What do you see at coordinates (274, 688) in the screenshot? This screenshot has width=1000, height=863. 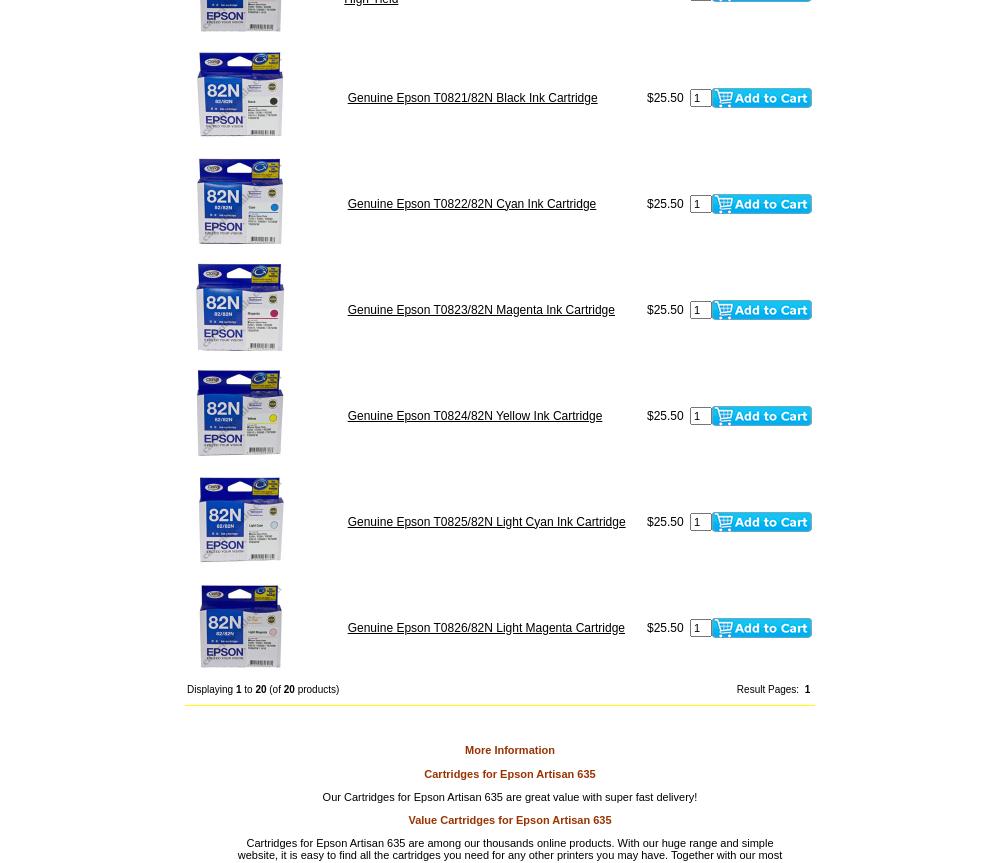 I see `'(of'` at bounding box center [274, 688].